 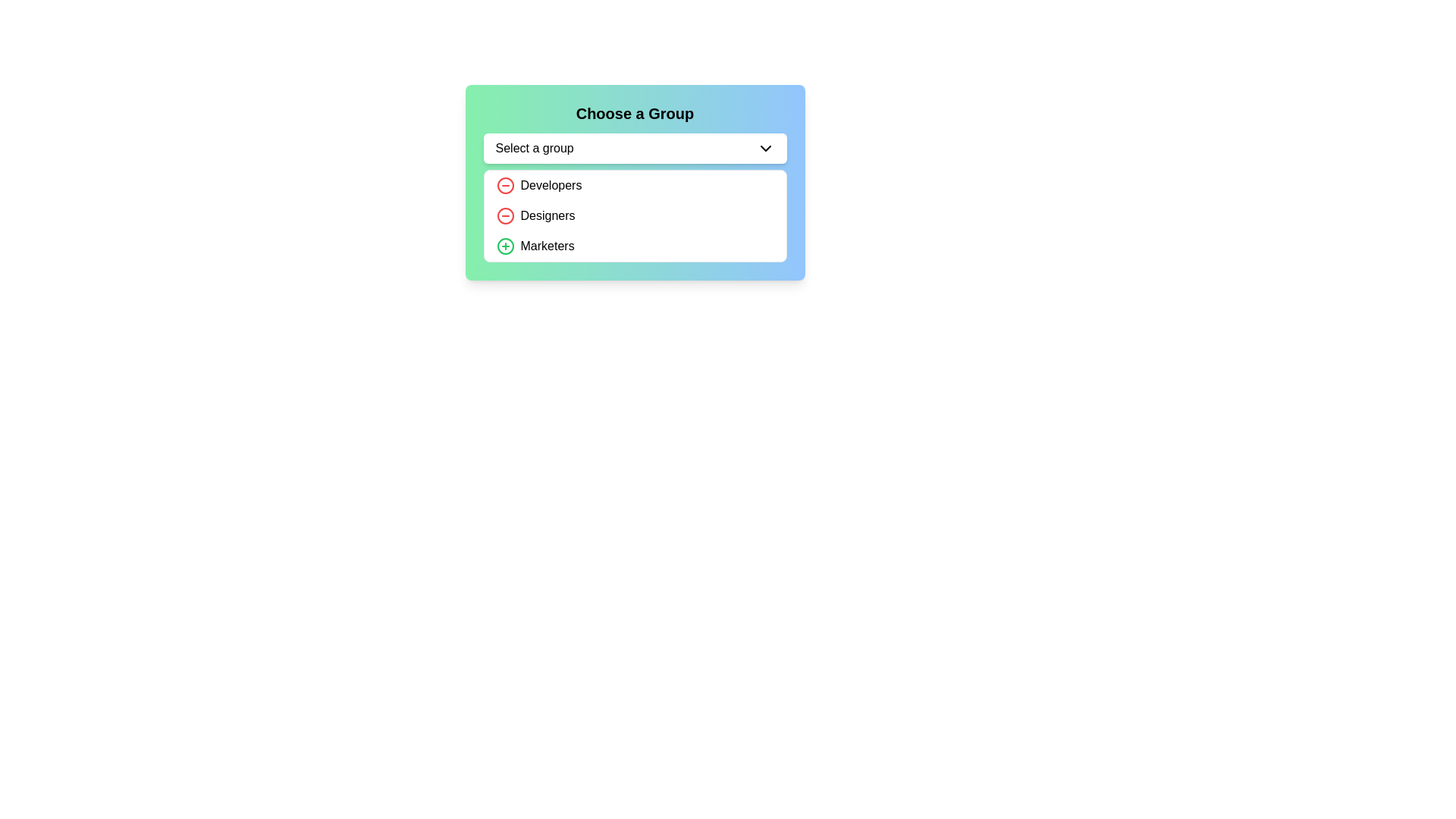 What do you see at coordinates (505, 185) in the screenshot?
I see `circular icon with a red border and white fill that contains a horizontal red line, located next to the text 'Designers' in the dropdown menu labeled 'Choose a Group'` at bounding box center [505, 185].